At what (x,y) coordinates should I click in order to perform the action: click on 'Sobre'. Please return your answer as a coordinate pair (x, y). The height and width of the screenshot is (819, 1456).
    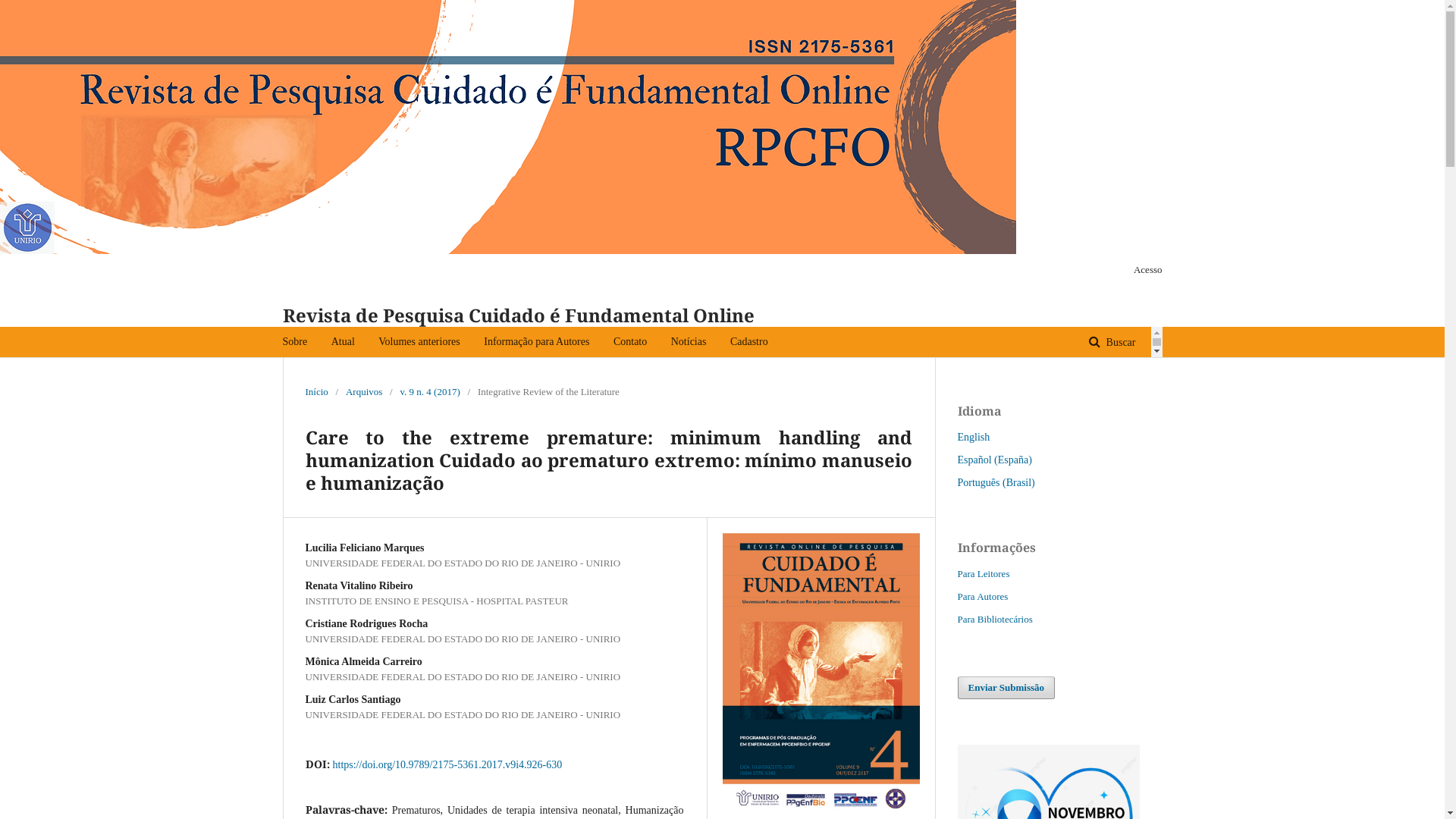
    Looking at the image, I should click on (294, 342).